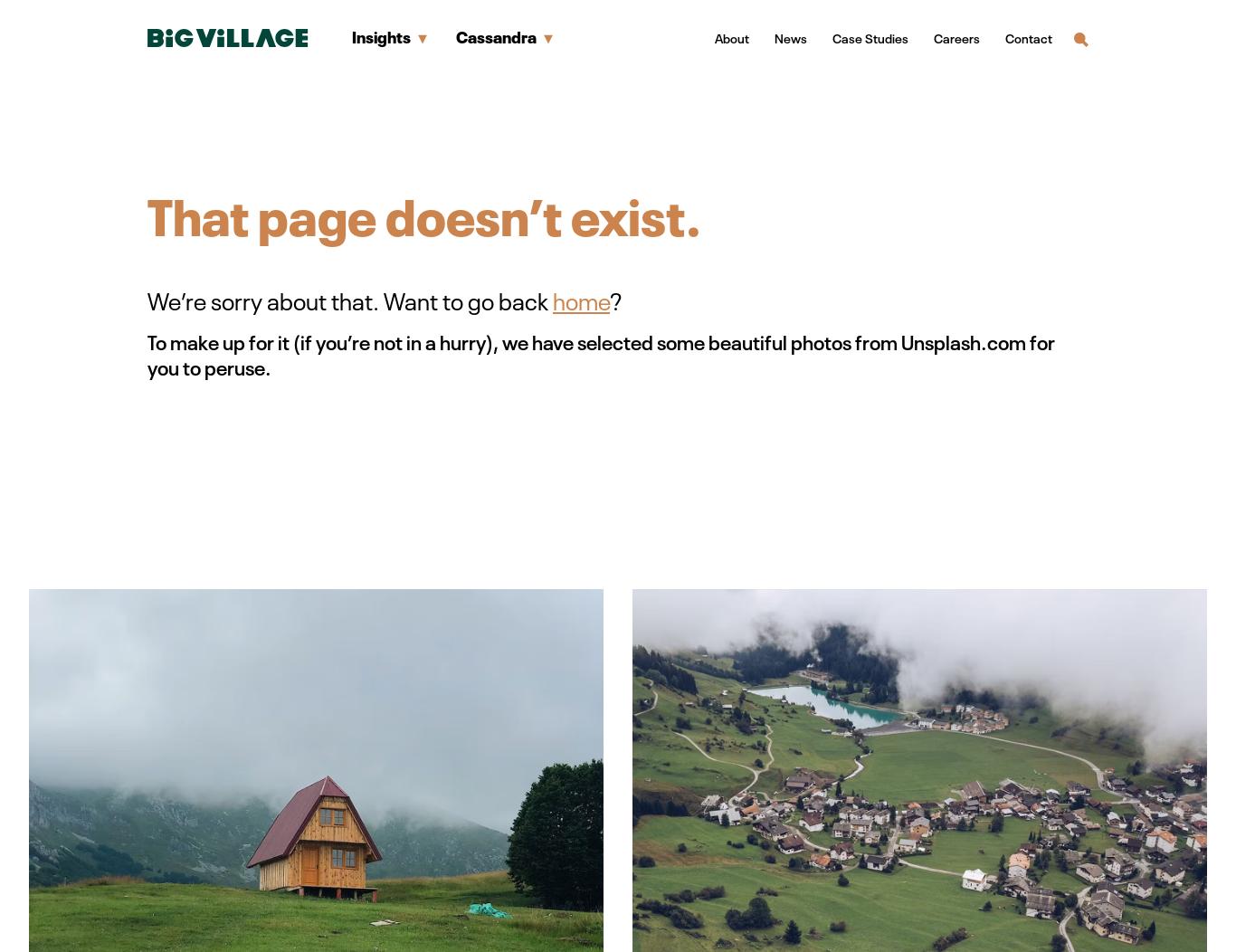 The height and width of the screenshot is (952, 1236). I want to click on 'Cassandra', so click(496, 35).